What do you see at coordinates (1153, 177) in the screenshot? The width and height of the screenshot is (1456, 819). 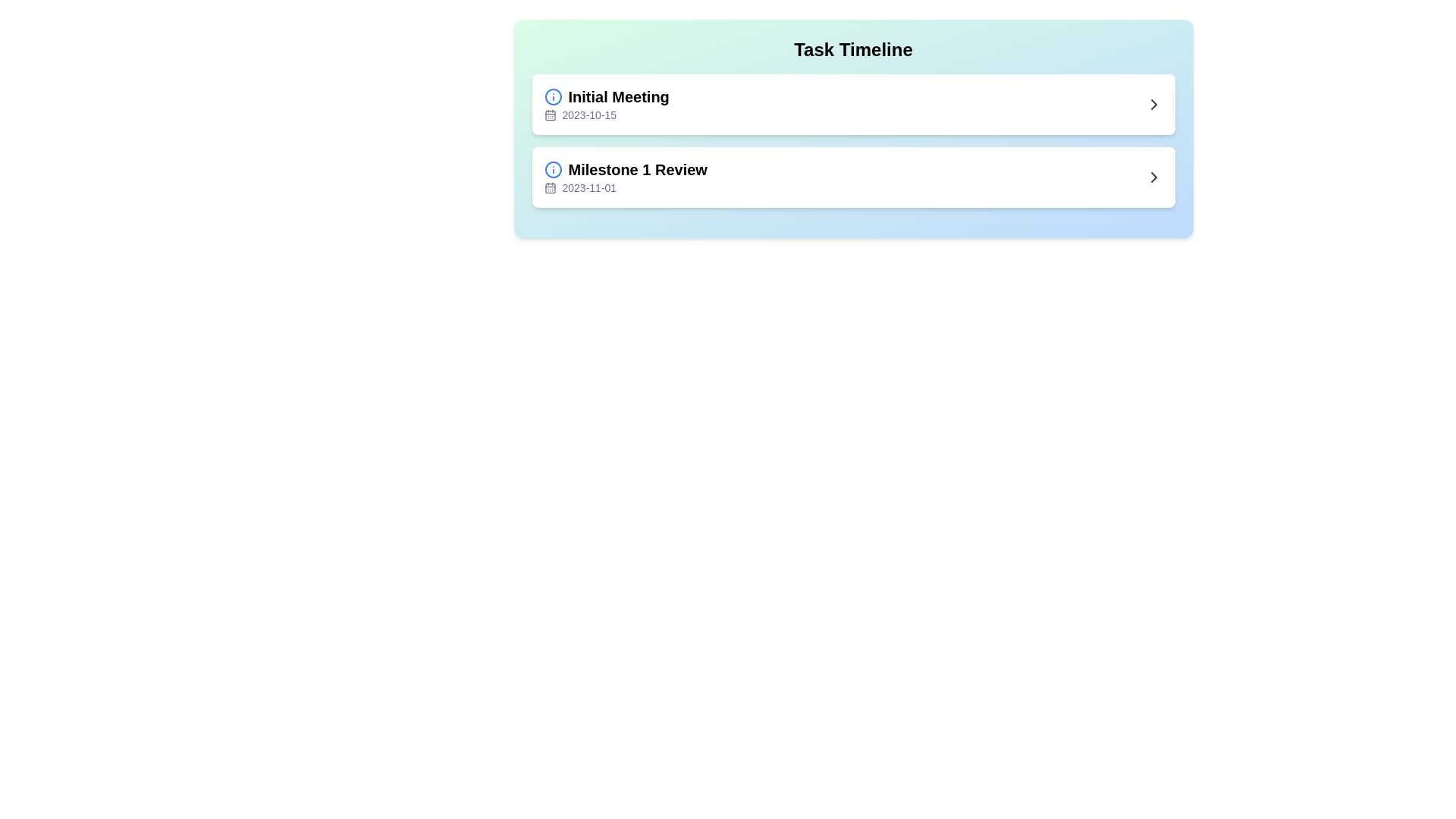 I see `the Navigation Icon located at the rightmost position of the second row in the list, which is associated with 'Milestone 1 Review'` at bounding box center [1153, 177].